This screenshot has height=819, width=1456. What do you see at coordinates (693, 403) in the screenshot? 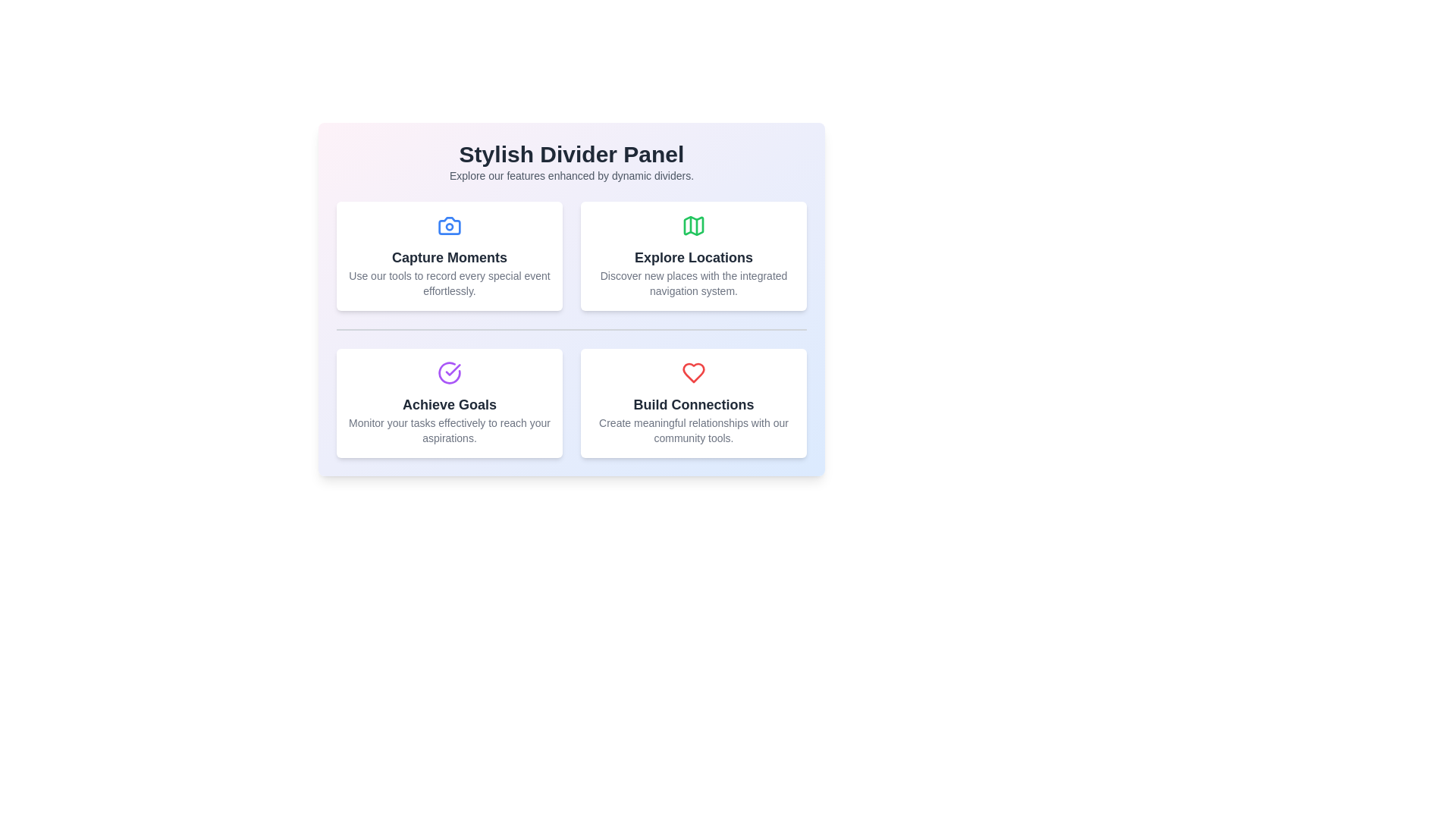
I see `the title text label of the fourth card in the grid layout` at bounding box center [693, 403].